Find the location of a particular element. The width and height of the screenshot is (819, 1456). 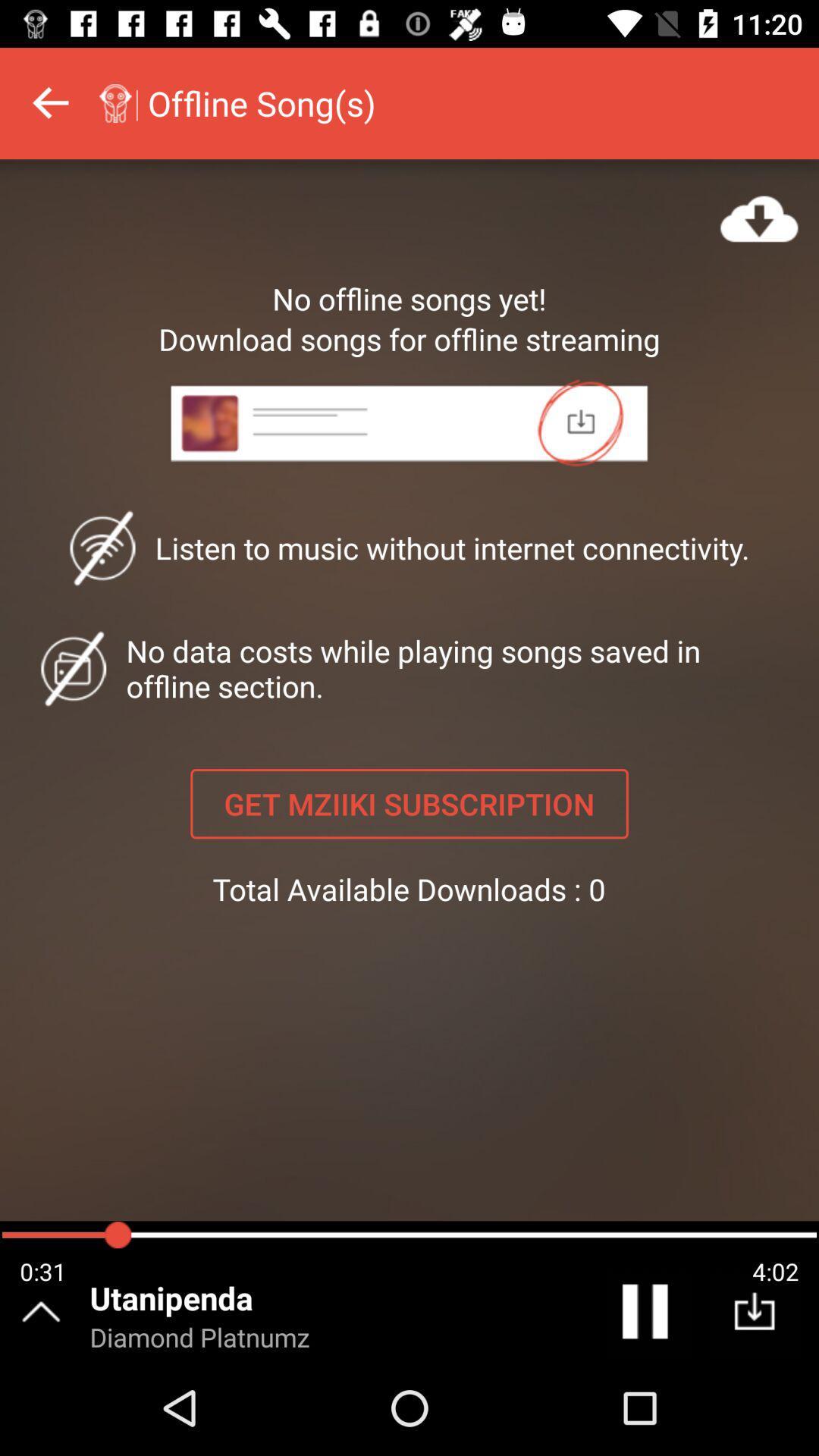

the pause icon is located at coordinates (648, 1314).